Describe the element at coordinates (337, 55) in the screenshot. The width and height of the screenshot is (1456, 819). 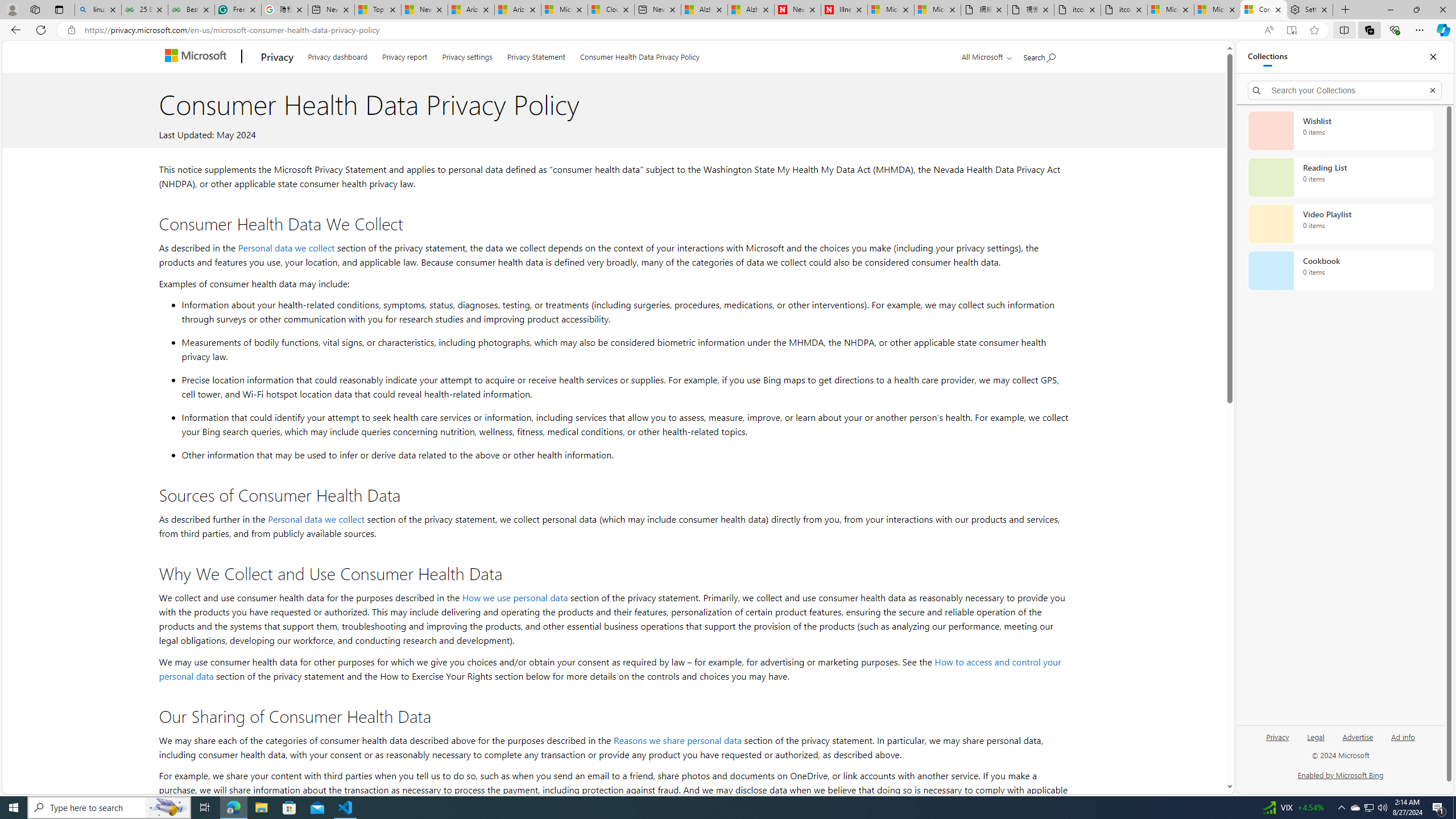
I see `'Privacy dashboard'` at that location.